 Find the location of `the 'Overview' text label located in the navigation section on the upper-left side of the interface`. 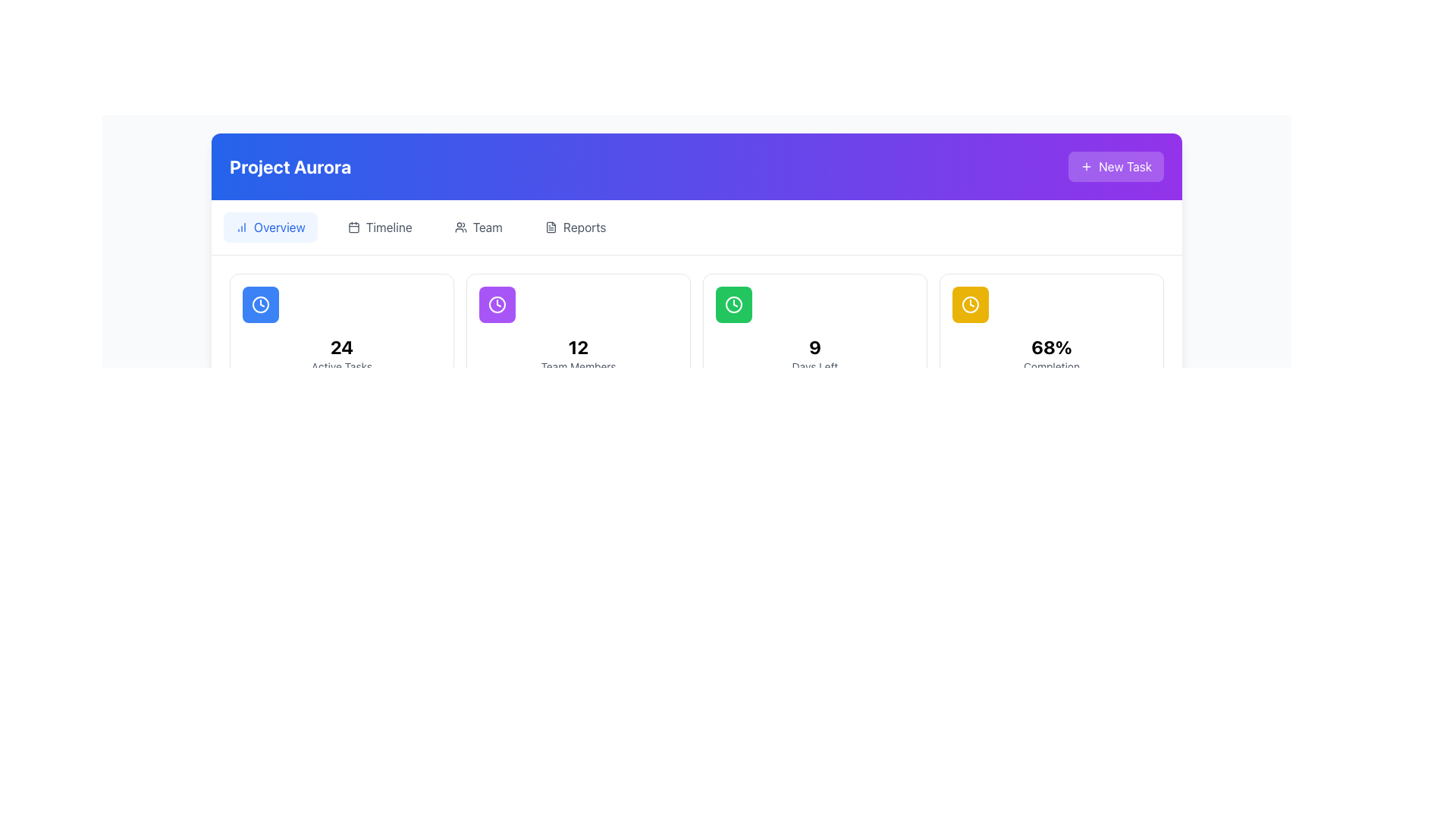

the 'Overview' text label located in the navigation section on the upper-left side of the interface is located at coordinates (279, 227).